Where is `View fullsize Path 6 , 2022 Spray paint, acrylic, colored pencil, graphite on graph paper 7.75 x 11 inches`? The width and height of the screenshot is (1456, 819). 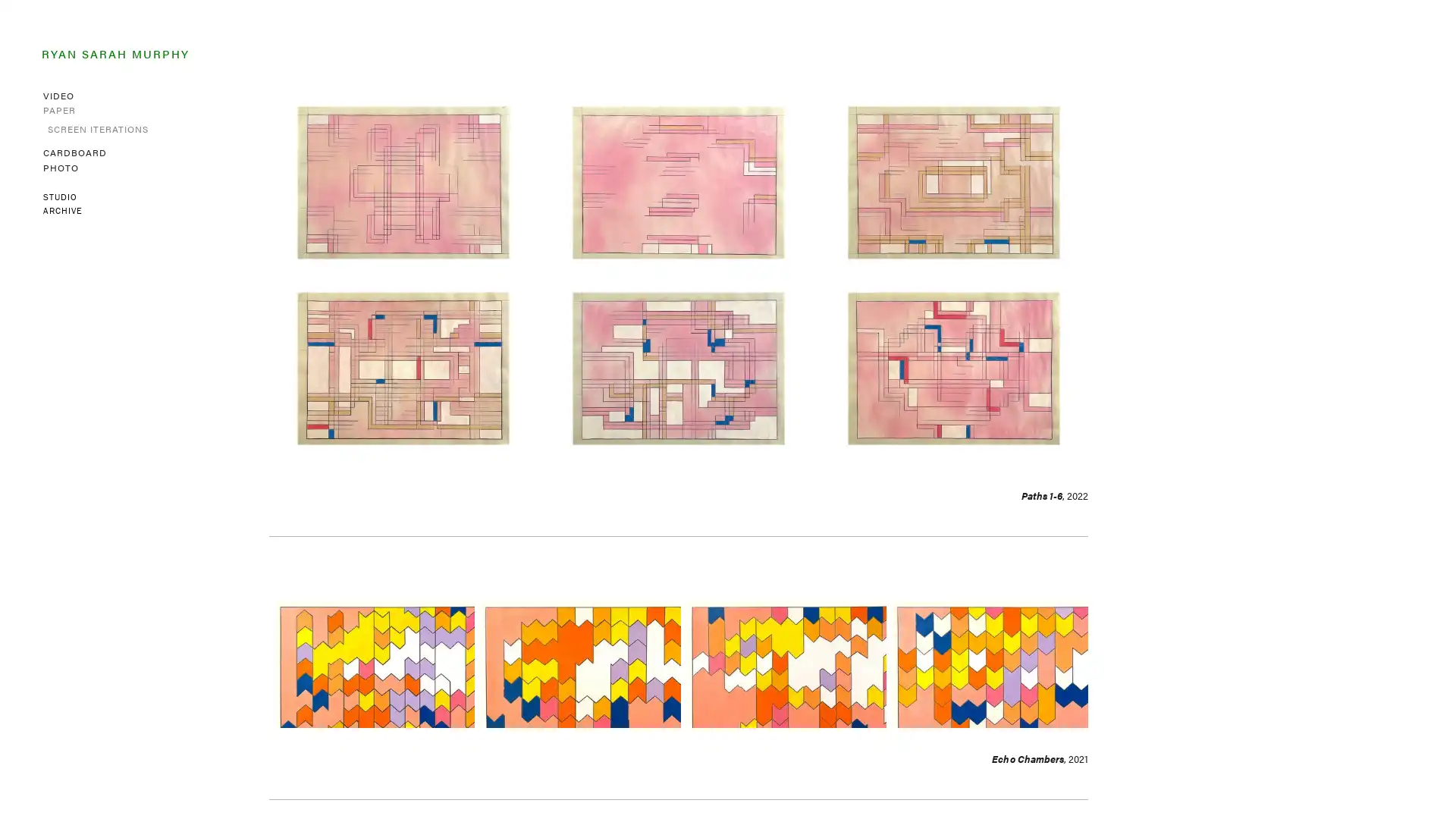
View fullsize Path 6 , 2022 Spray paint, acrylic, colored pencil, graphite on graph paper 7.75 x 11 inches is located at coordinates (952, 368).